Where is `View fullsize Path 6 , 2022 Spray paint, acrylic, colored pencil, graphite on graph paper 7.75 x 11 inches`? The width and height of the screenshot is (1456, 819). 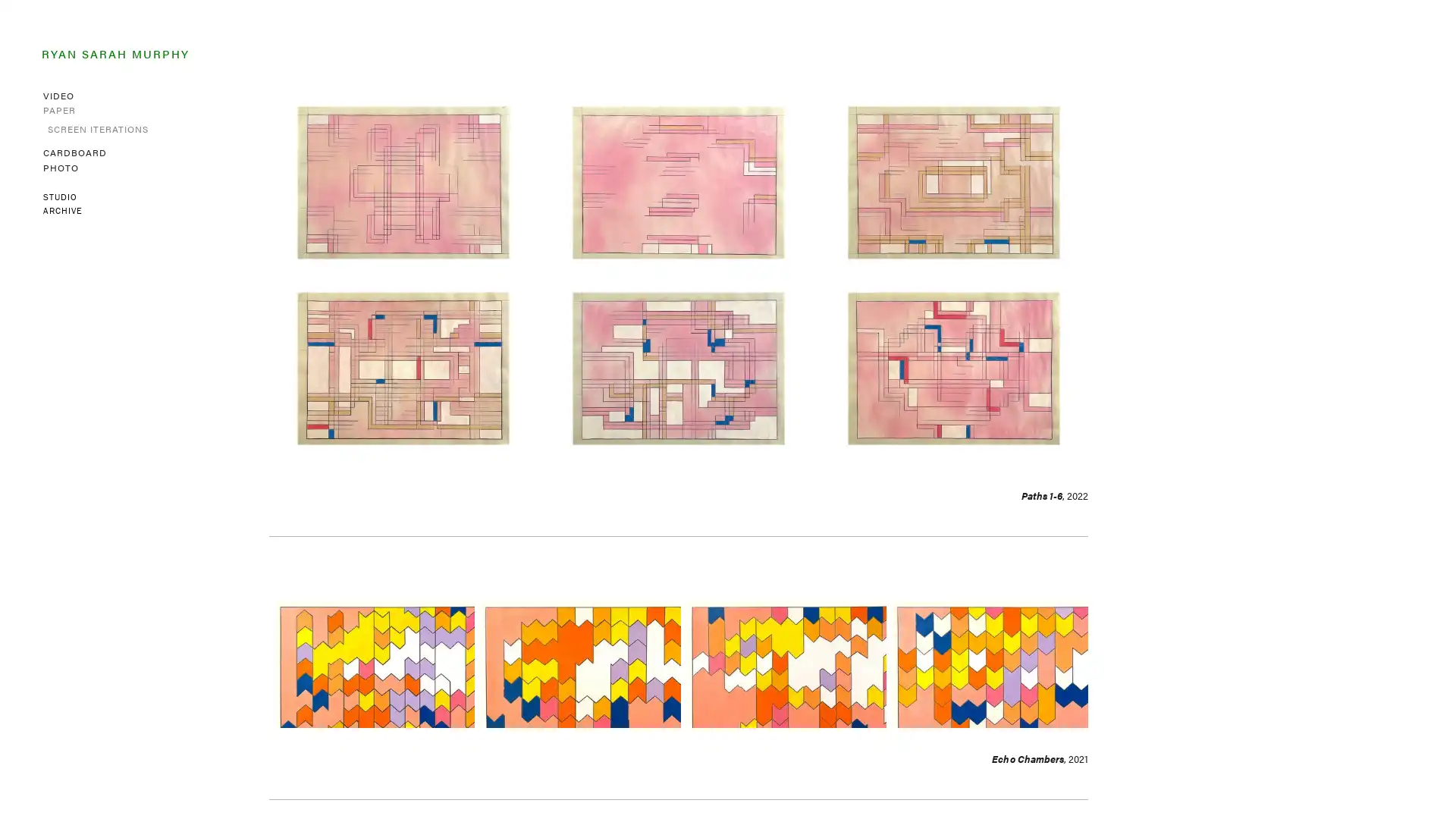
View fullsize Path 6 , 2022 Spray paint, acrylic, colored pencil, graphite on graph paper 7.75 x 11 inches is located at coordinates (952, 368).